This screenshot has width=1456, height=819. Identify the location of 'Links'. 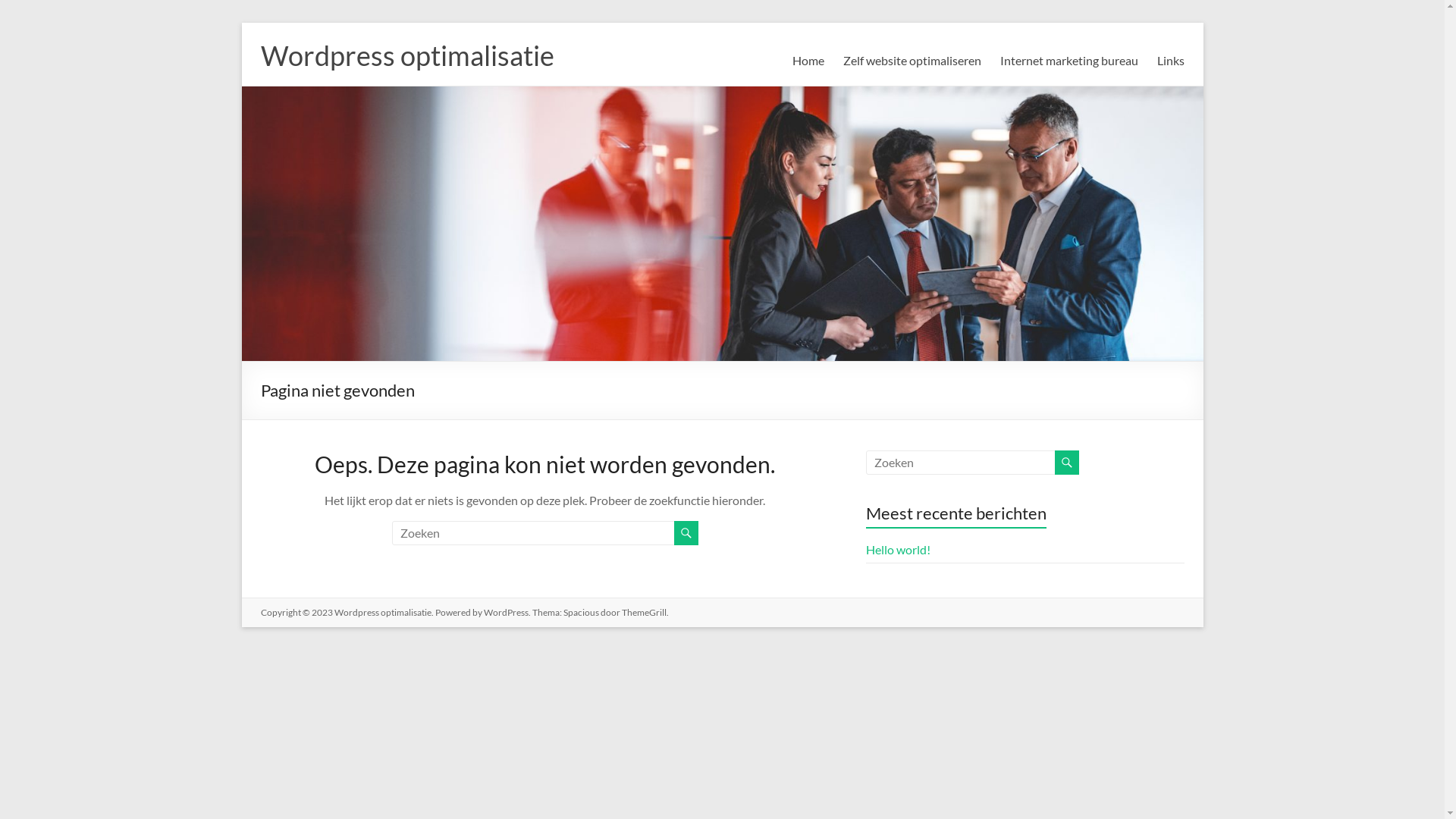
(1170, 60).